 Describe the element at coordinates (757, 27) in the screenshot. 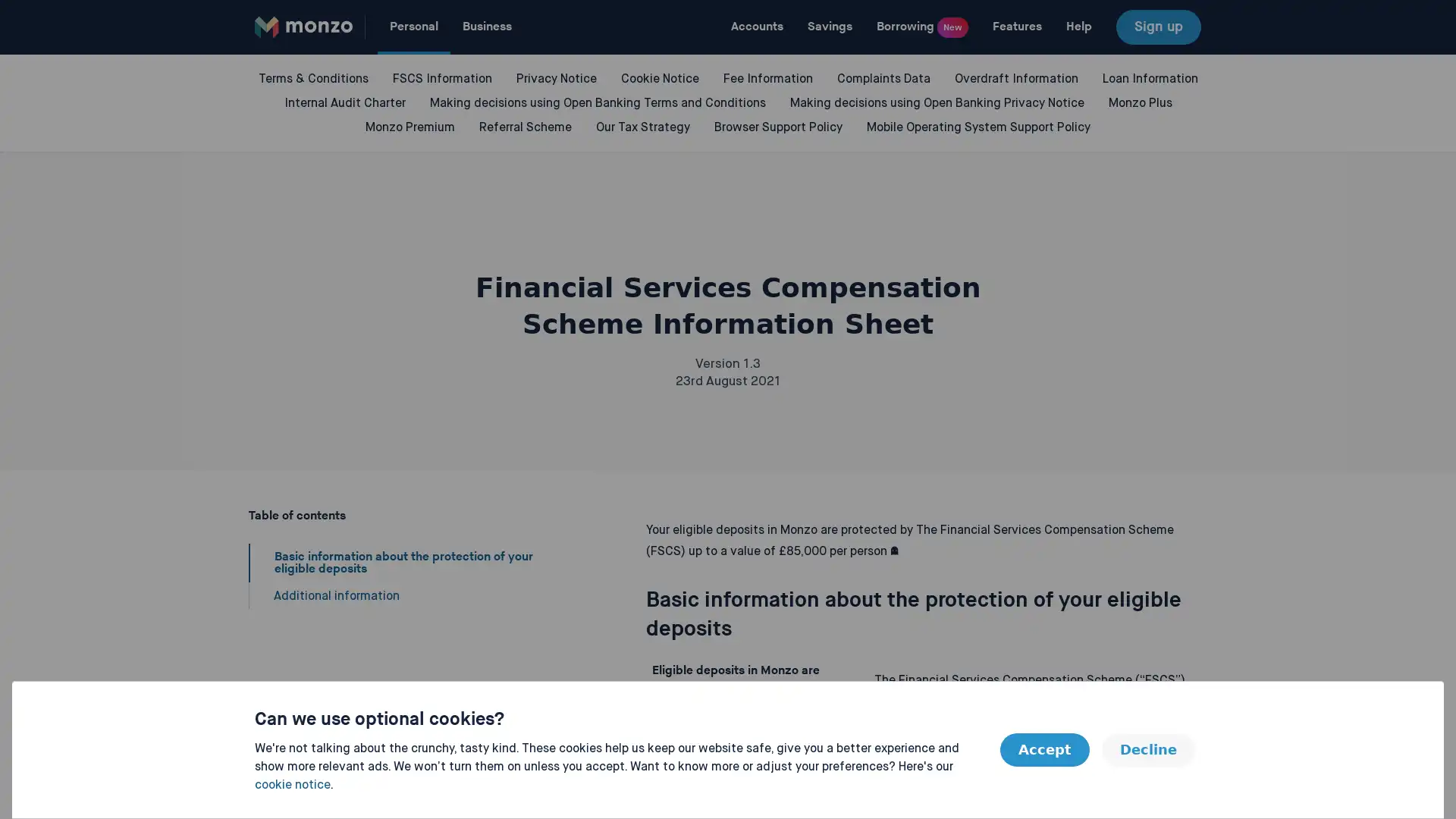

I see `Accounts` at that location.